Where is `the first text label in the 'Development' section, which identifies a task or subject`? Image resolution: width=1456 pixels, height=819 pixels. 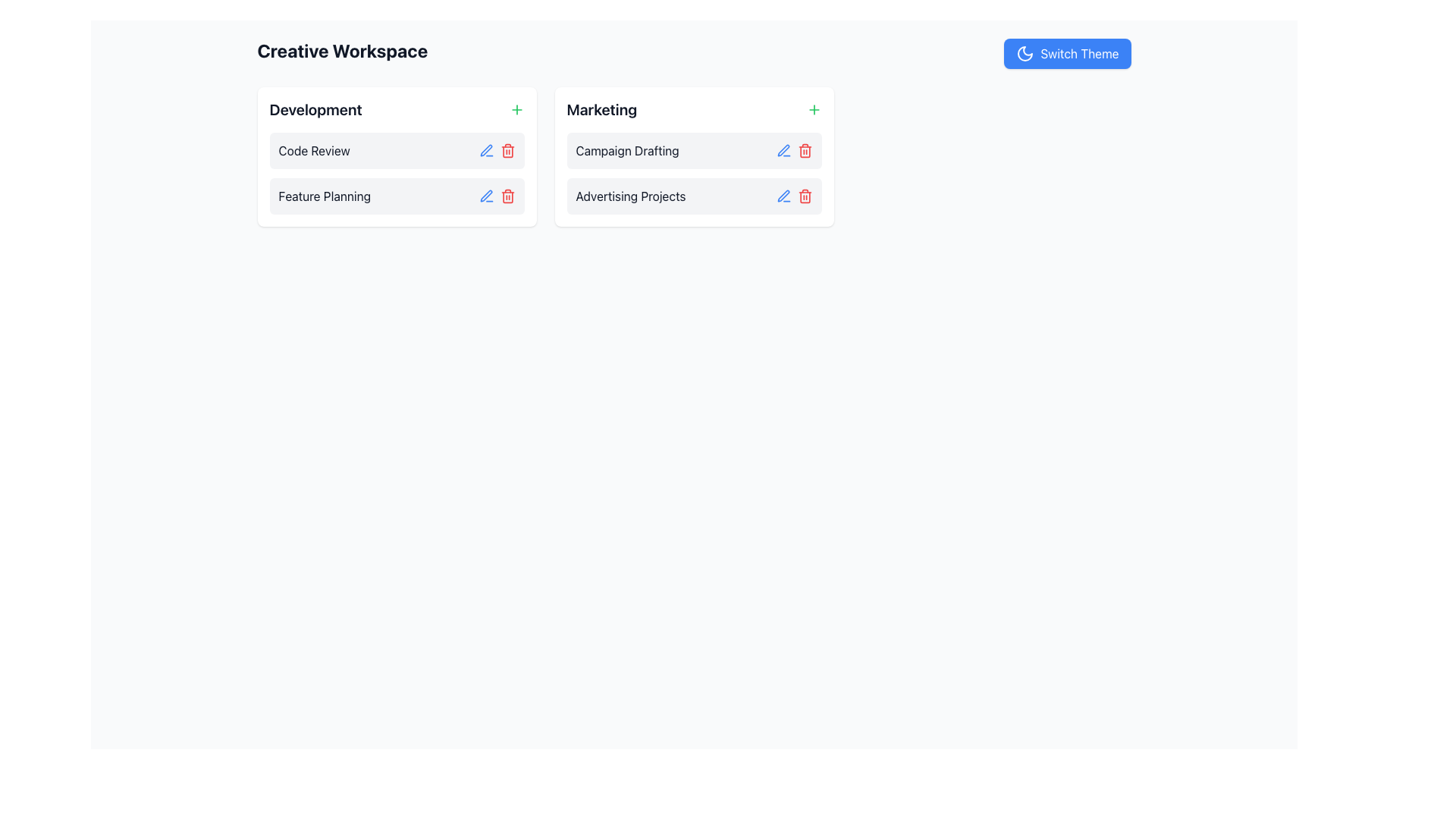
the first text label in the 'Development' section, which identifies a task or subject is located at coordinates (313, 151).